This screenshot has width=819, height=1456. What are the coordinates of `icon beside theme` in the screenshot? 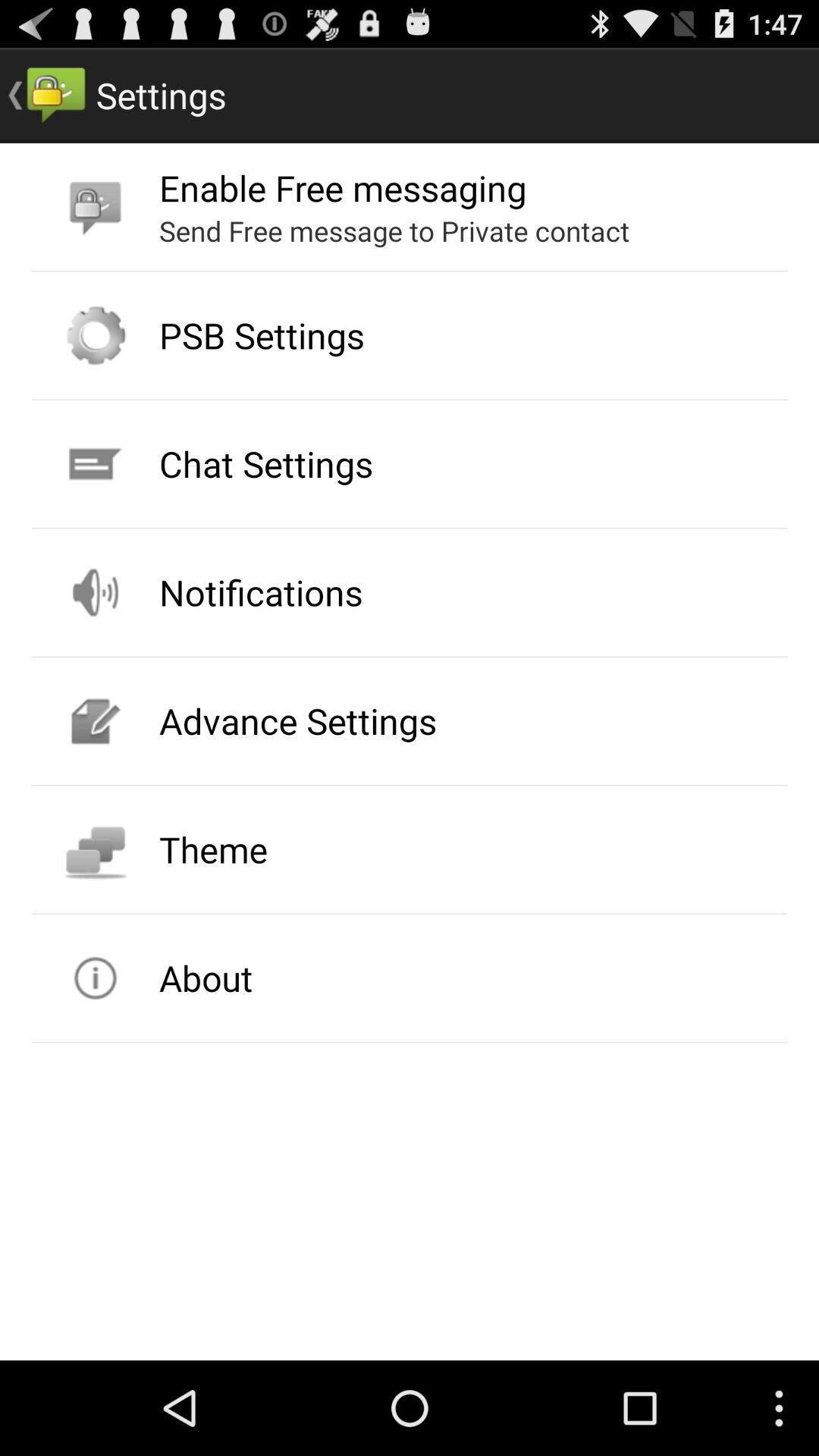 It's located at (96, 850).